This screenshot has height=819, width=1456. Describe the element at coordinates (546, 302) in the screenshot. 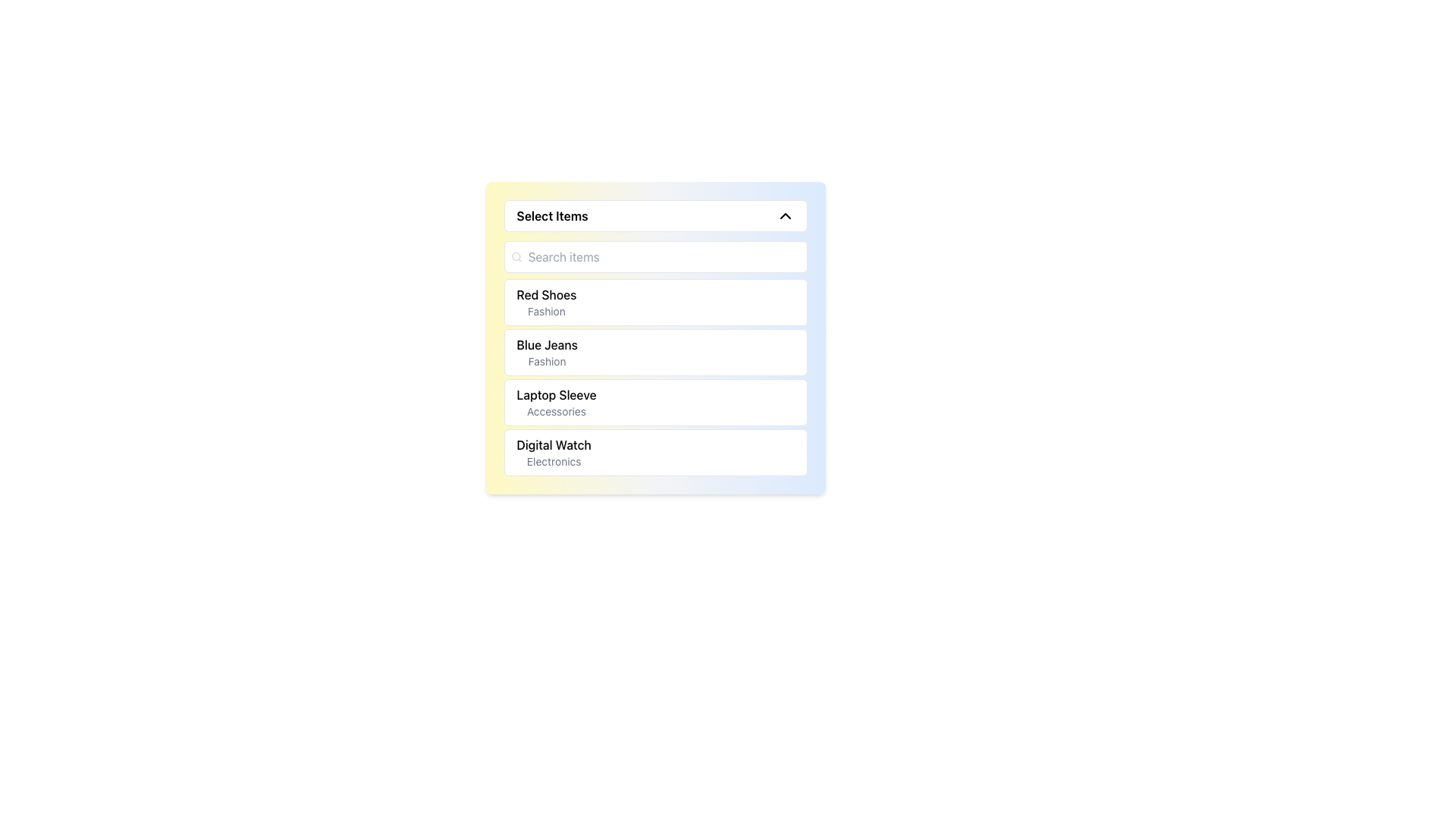

I see `the first list item displaying 'Red Shoes' in bold and 'Fashion' in gray` at that location.